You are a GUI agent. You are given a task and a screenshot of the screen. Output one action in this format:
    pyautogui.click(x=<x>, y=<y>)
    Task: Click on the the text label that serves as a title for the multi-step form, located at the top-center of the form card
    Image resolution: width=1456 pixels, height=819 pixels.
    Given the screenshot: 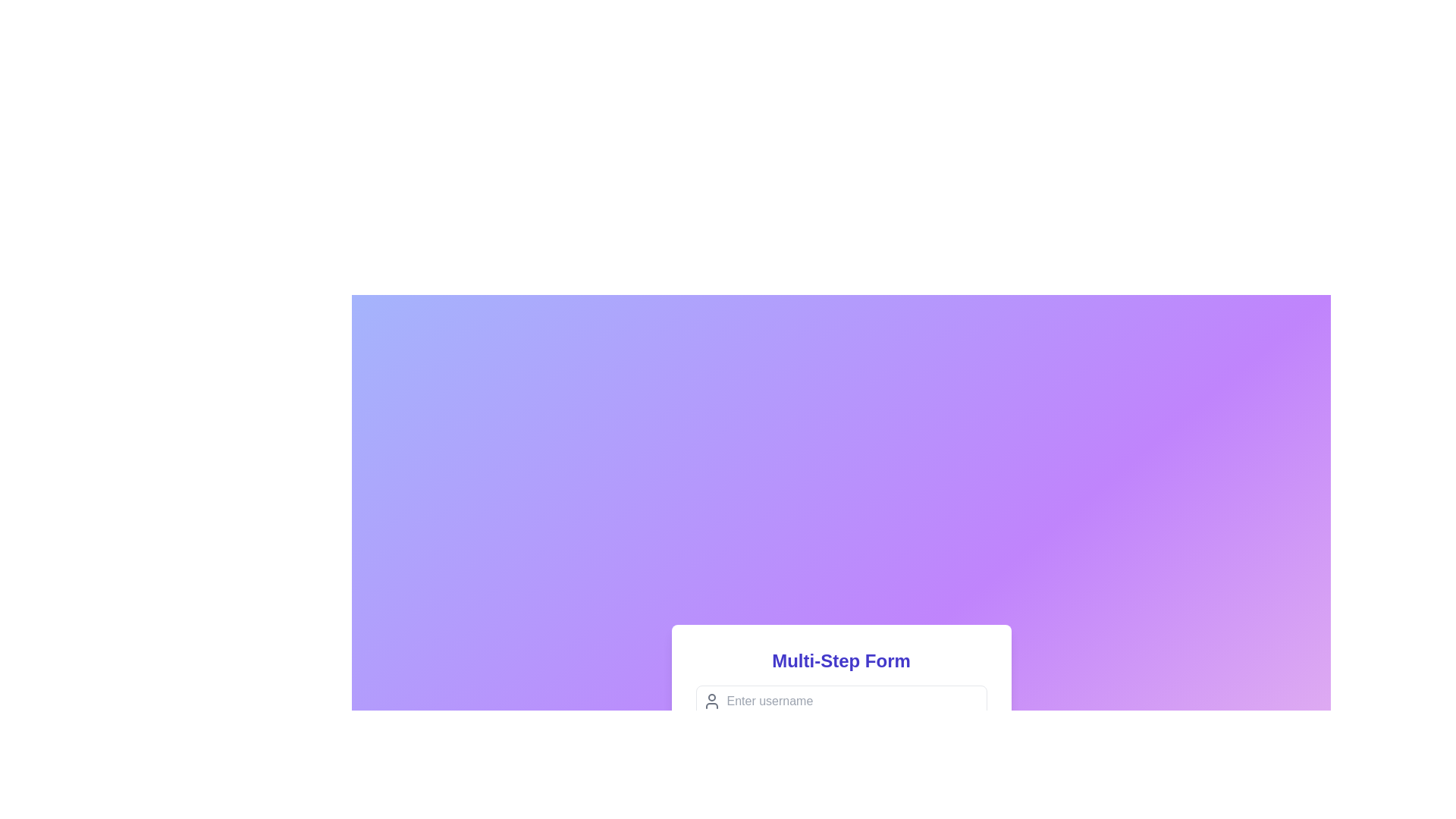 What is the action you would take?
    pyautogui.click(x=840, y=660)
    